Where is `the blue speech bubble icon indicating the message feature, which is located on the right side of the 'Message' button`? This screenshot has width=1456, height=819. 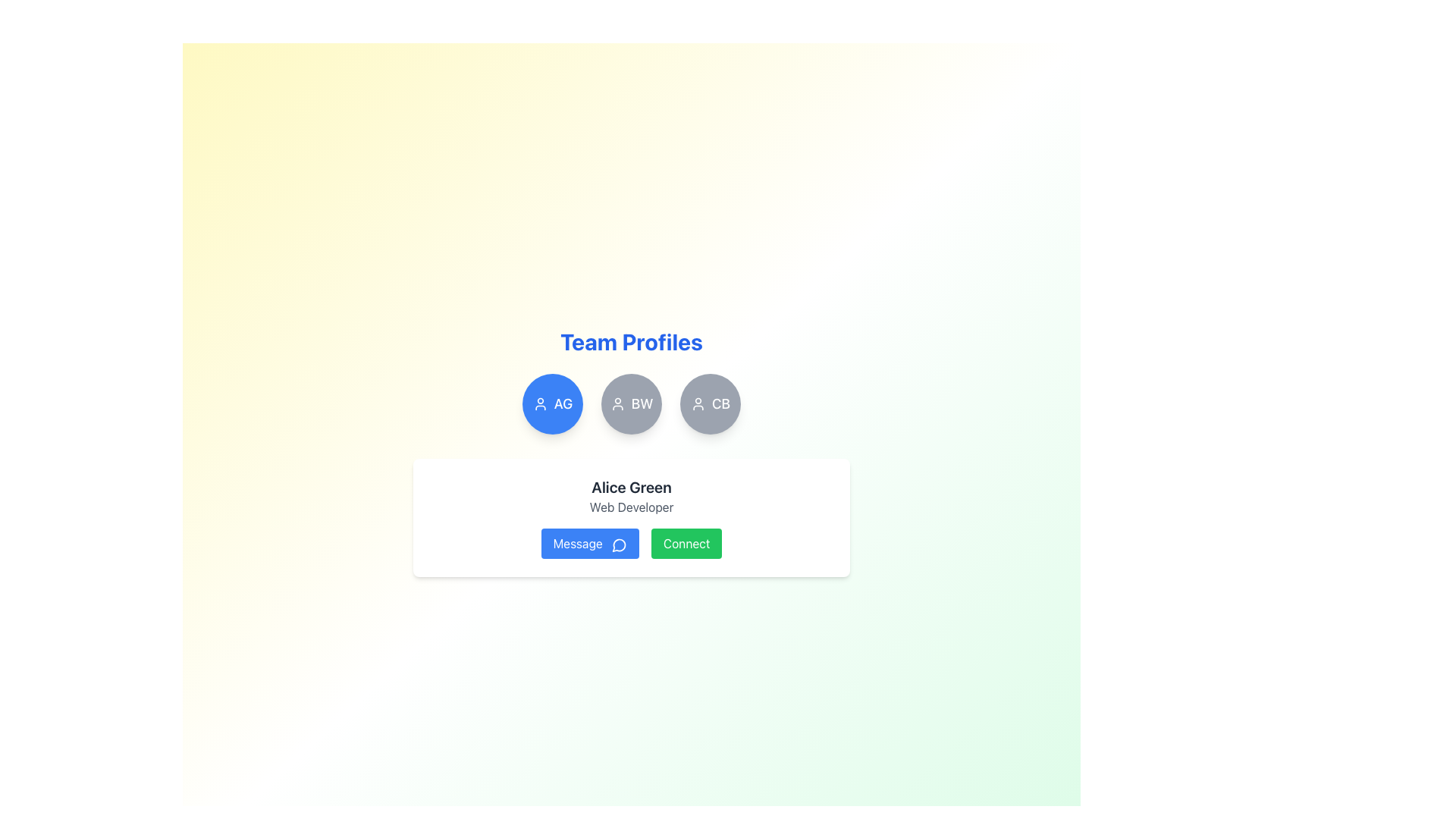 the blue speech bubble icon indicating the message feature, which is located on the right side of the 'Message' button is located at coordinates (619, 544).